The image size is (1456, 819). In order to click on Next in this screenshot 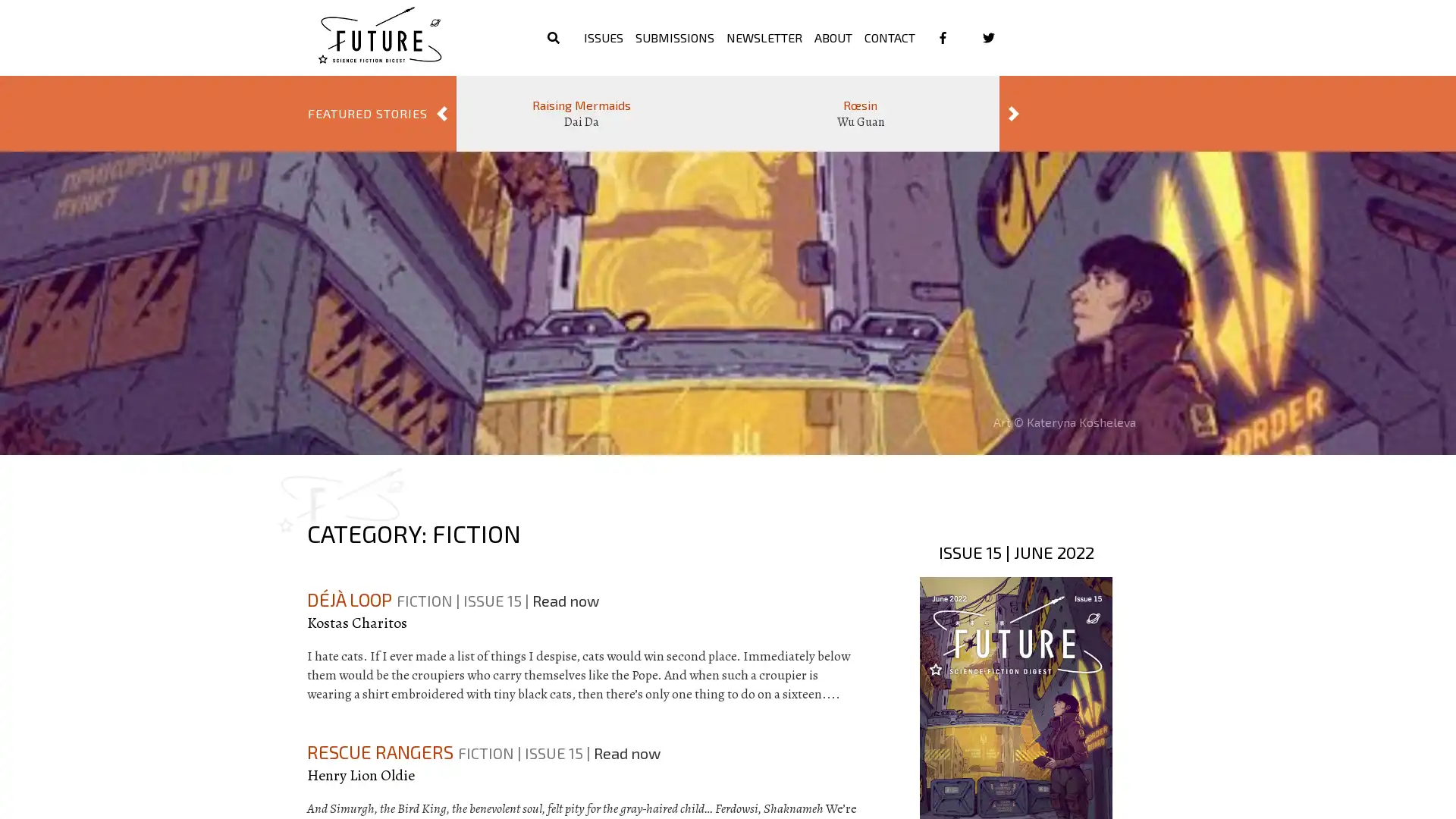, I will do `click(1014, 113)`.